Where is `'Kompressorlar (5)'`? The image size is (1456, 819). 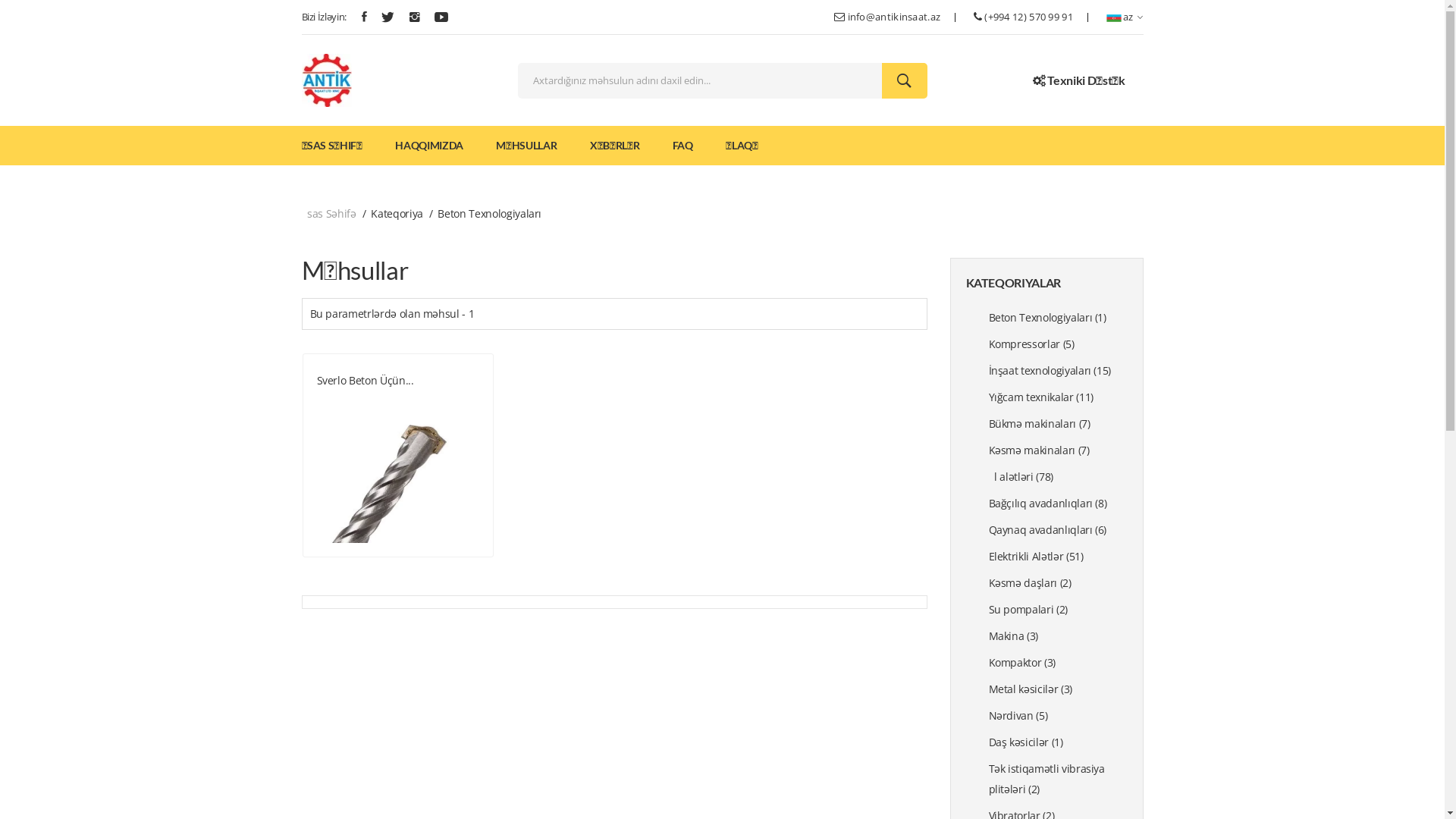
'Kompressorlar (5)' is located at coordinates (1057, 344).